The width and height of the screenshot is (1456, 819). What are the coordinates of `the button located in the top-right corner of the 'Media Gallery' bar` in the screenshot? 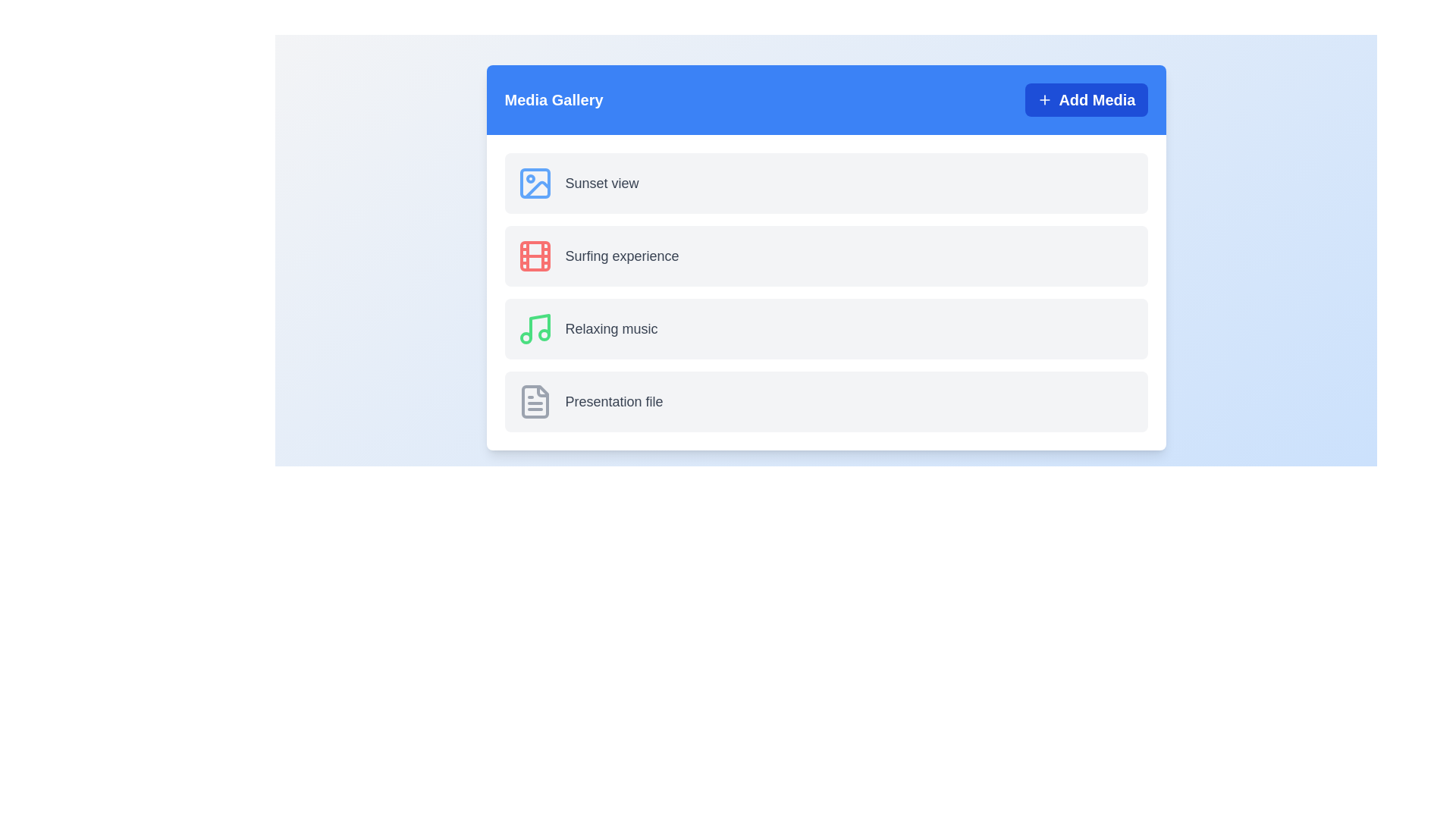 It's located at (1085, 99).